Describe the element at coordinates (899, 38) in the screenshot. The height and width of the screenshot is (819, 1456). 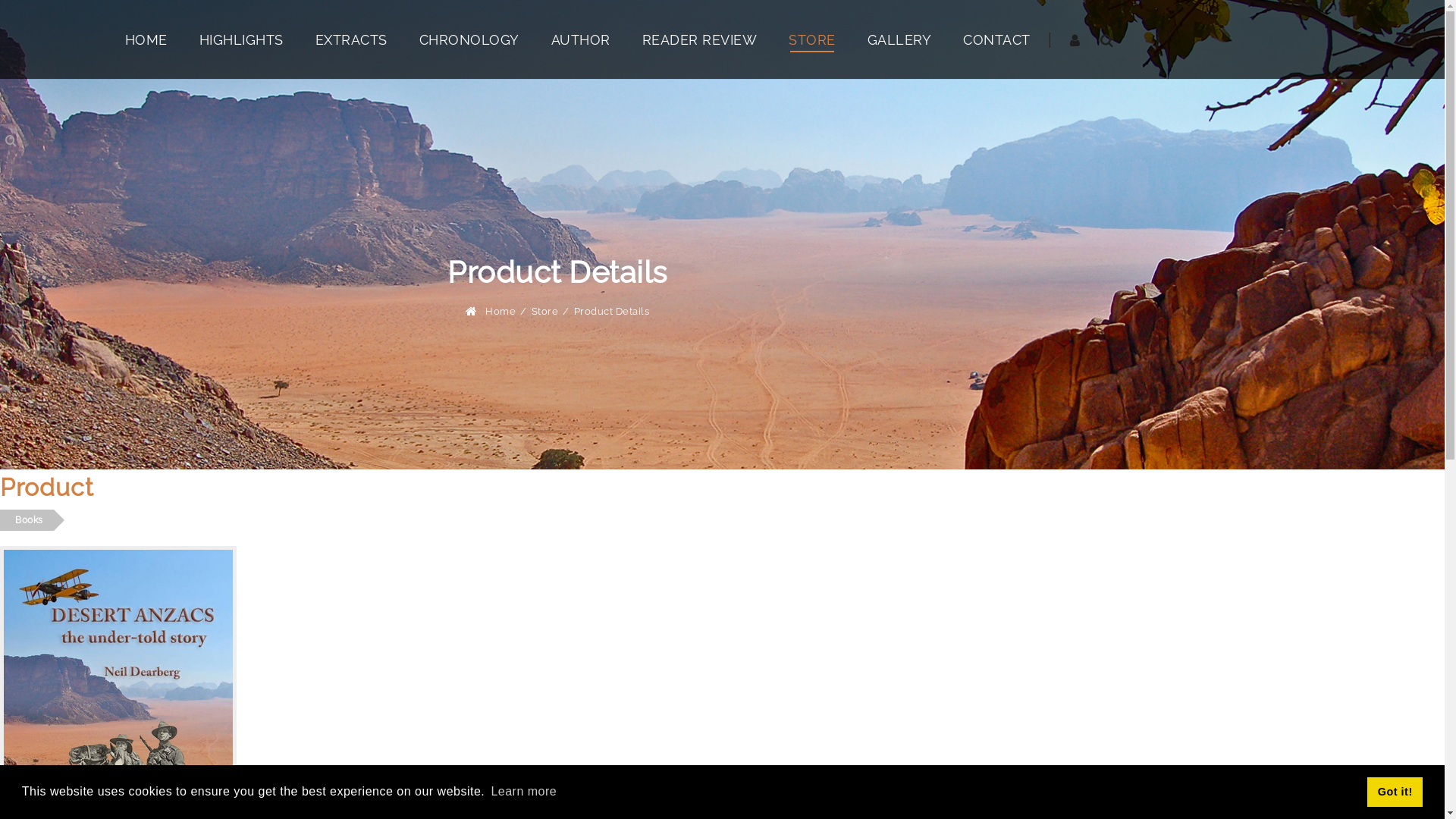
I see `'GALLERY'` at that location.